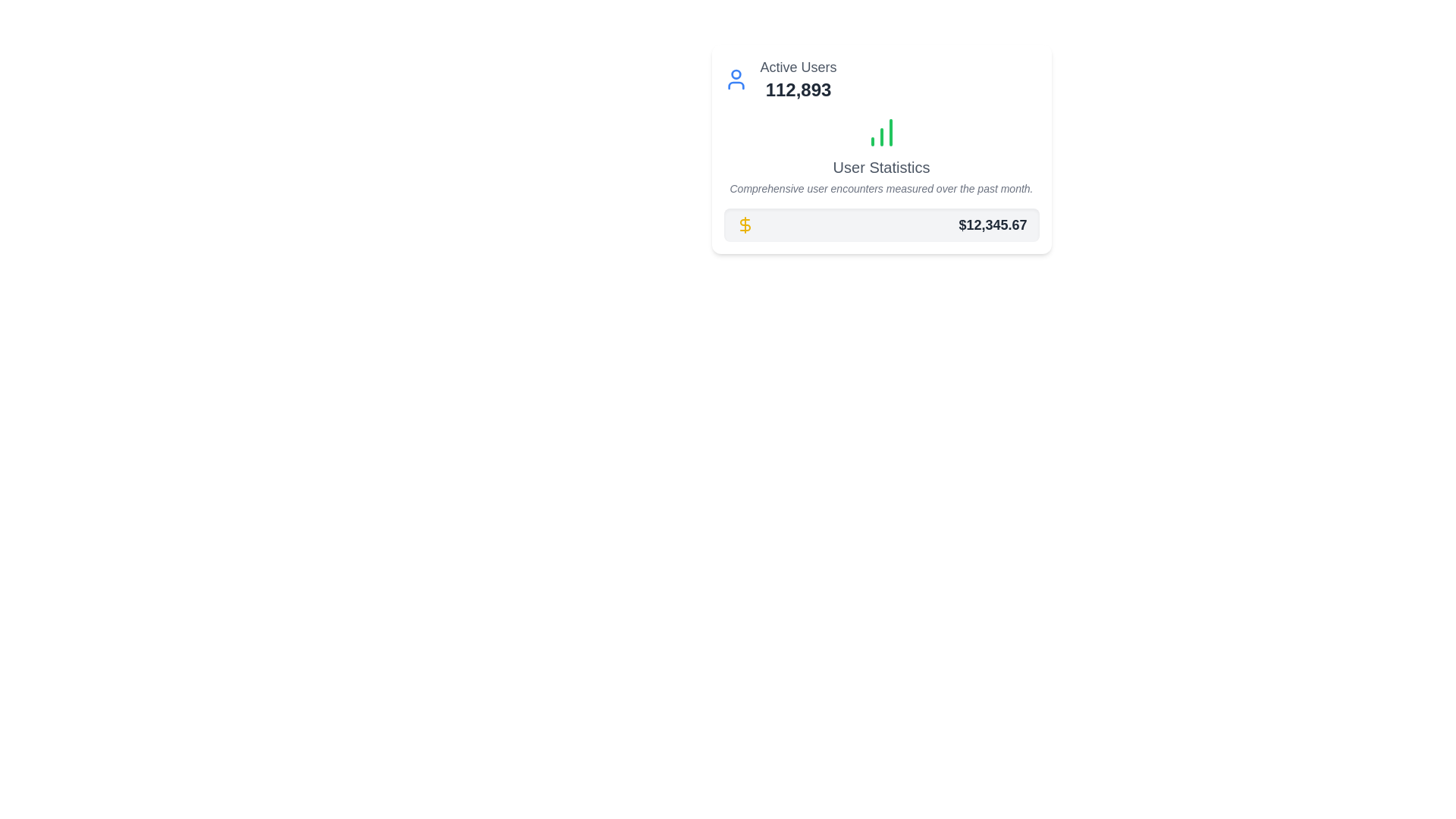 This screenshot has width=1456, height=819. Describe the element at coordinates (881, 188) in the screenshot. I see `informational text label that contains 'Comprehensive user encounters measured over the past month.' positioned below the 'User Statistics' title` at that location.